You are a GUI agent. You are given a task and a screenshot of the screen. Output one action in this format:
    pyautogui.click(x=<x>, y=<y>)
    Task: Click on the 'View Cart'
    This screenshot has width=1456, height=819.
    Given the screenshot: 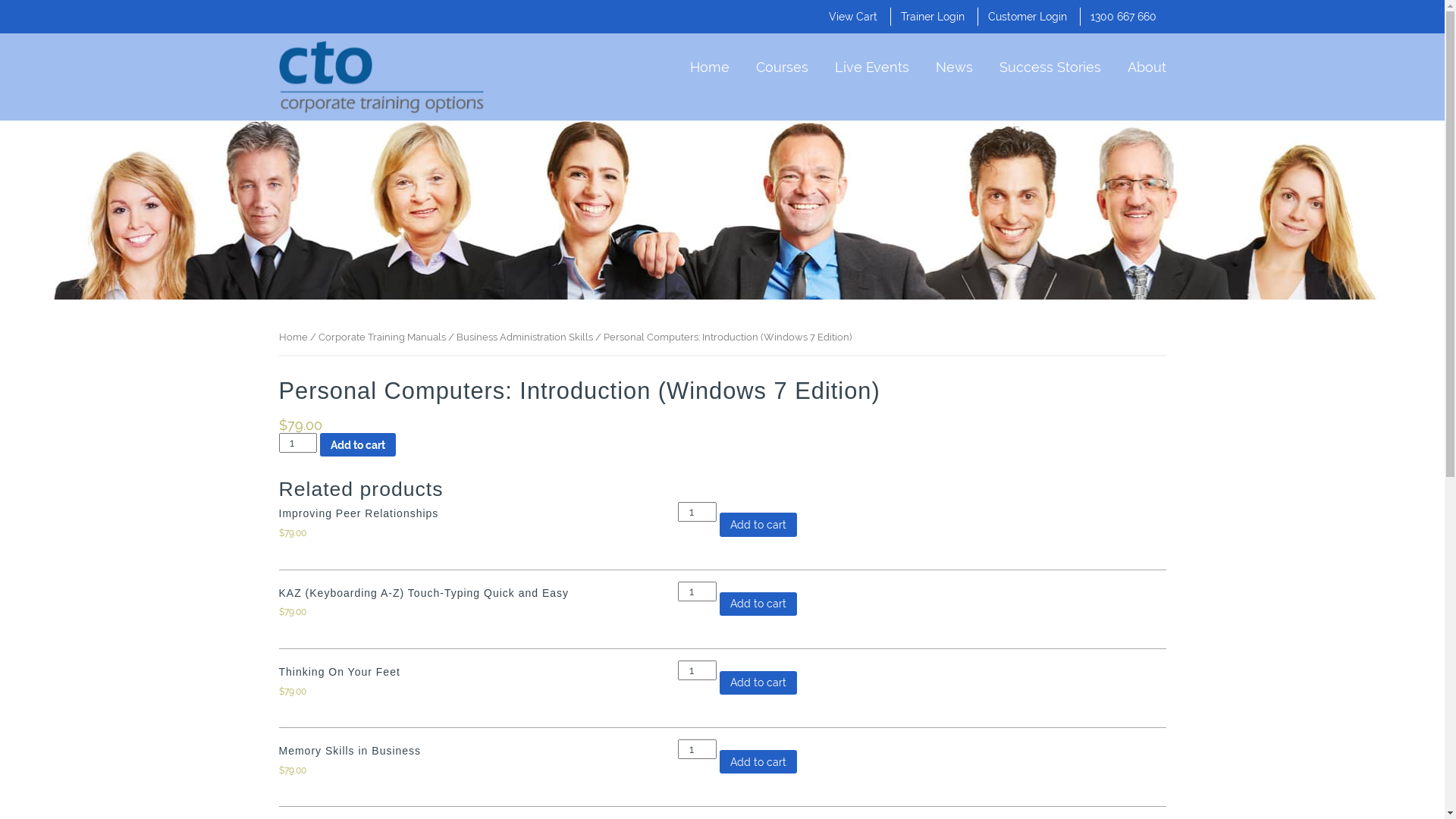 What is the action you would take?
    pyautogui.click(x=852, y=17)
    